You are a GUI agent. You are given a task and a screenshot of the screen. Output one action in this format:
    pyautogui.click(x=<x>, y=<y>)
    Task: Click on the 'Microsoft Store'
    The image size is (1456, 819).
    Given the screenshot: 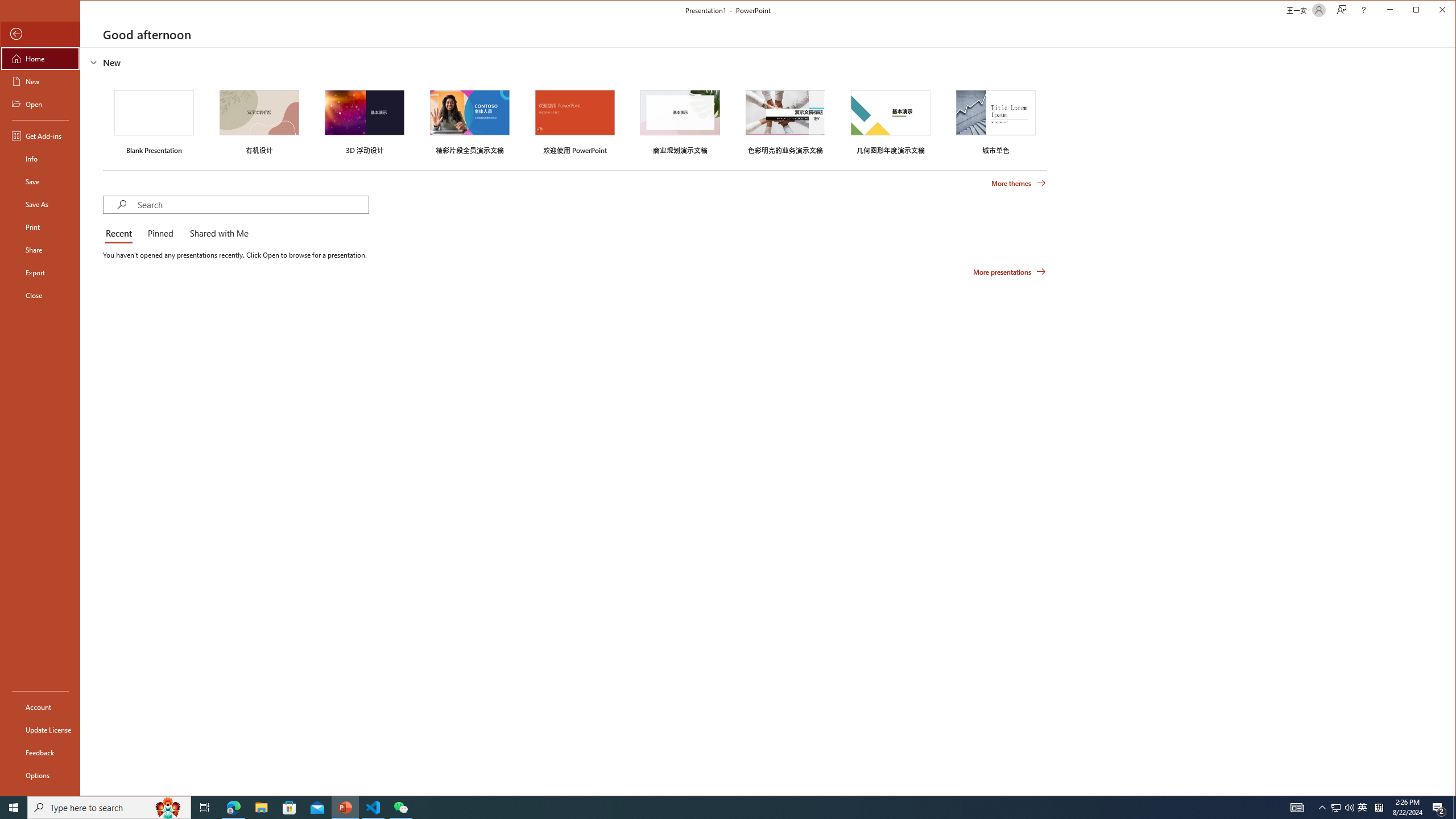 What is the action you would take?
    pyautogui.click(x=289, y=806)
    